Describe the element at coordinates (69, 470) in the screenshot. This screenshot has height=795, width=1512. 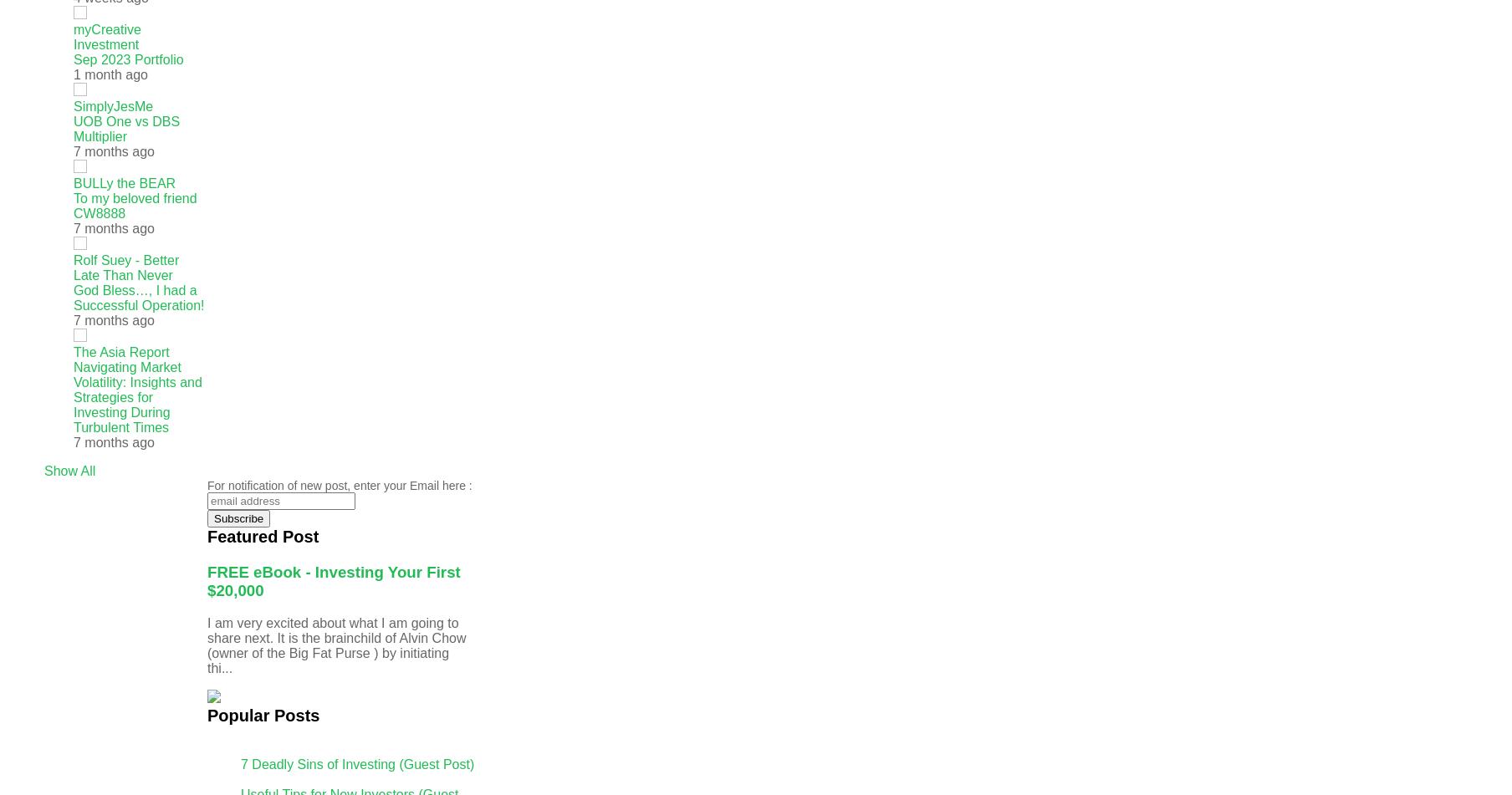
I see `'Show All'` at that location.